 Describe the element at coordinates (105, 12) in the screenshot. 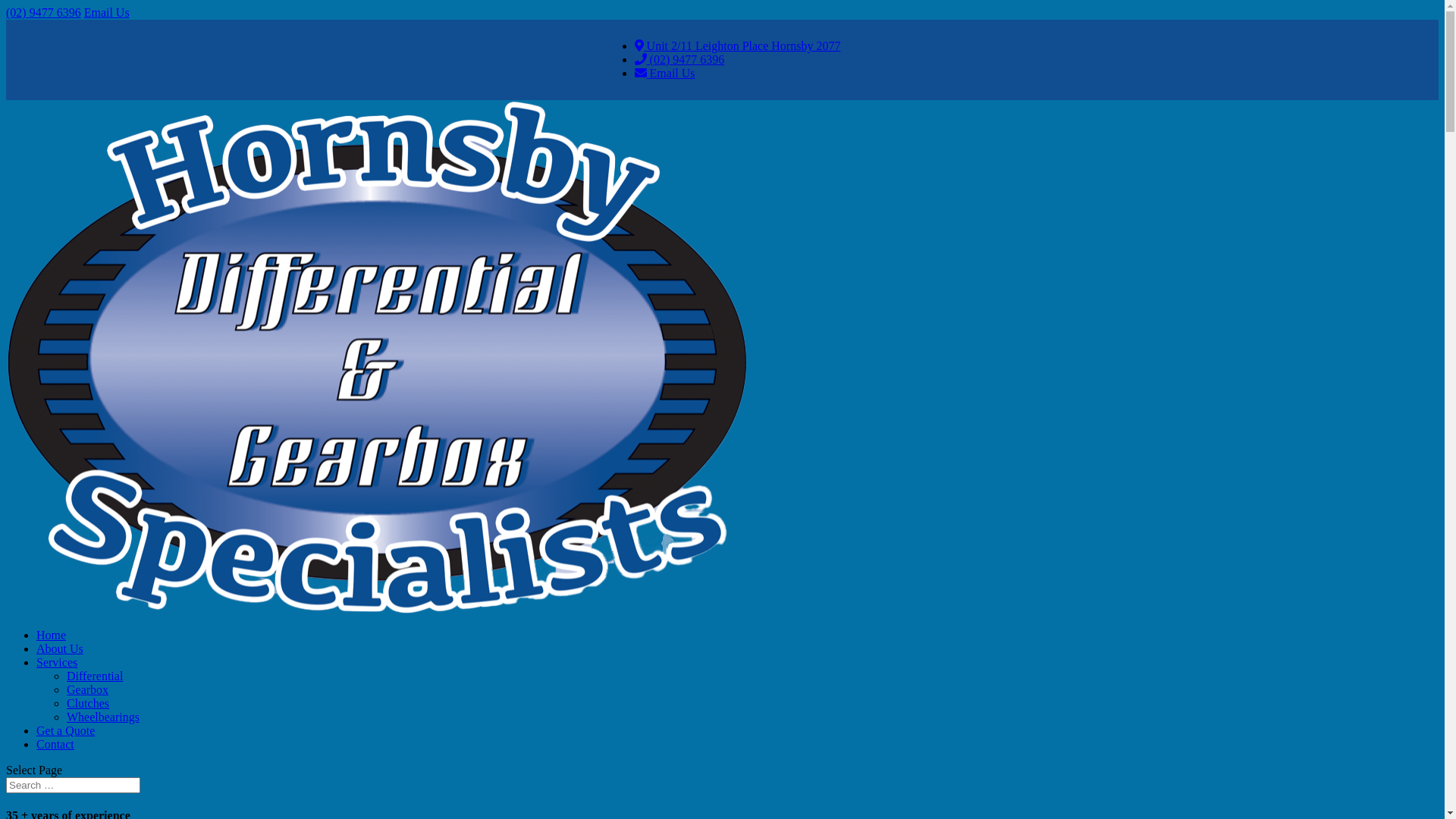

I see `'Email Us'` at that location.